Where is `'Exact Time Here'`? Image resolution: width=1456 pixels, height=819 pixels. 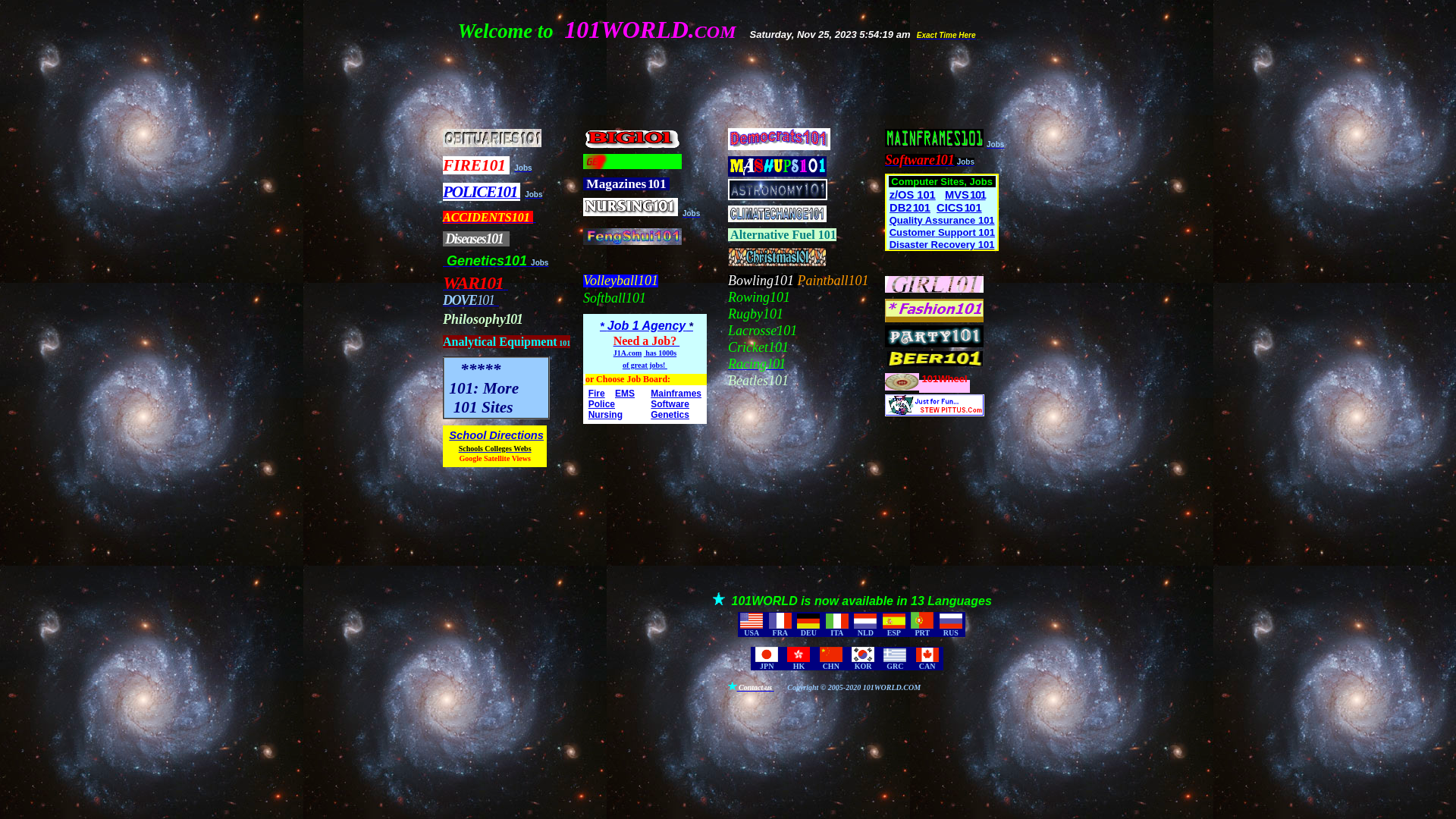
'Exact Time Here' is located at coordinates (946, 34).